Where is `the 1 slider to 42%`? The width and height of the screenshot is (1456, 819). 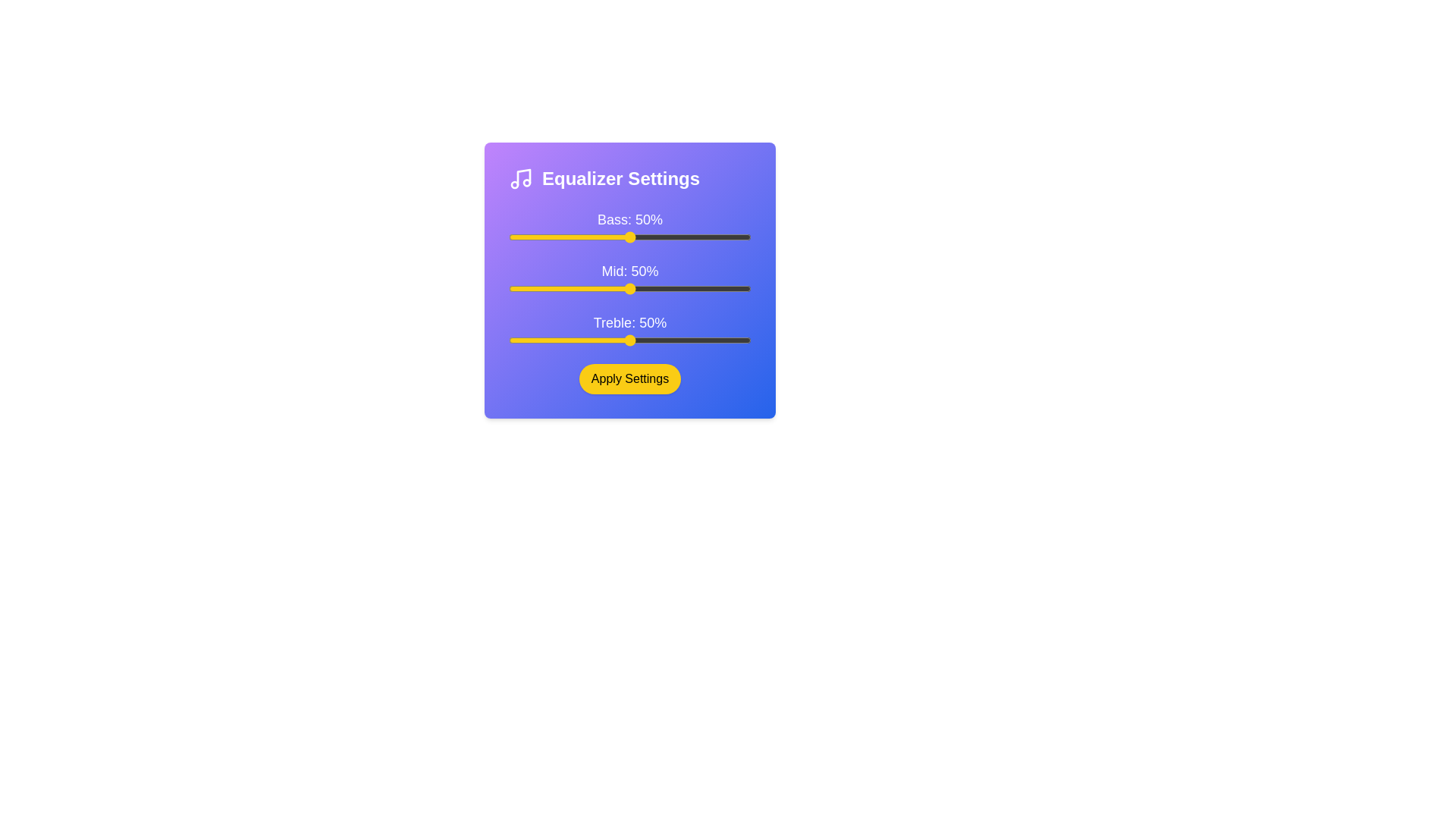 the 1 slider to 42% is located at coordinates (732, 289).